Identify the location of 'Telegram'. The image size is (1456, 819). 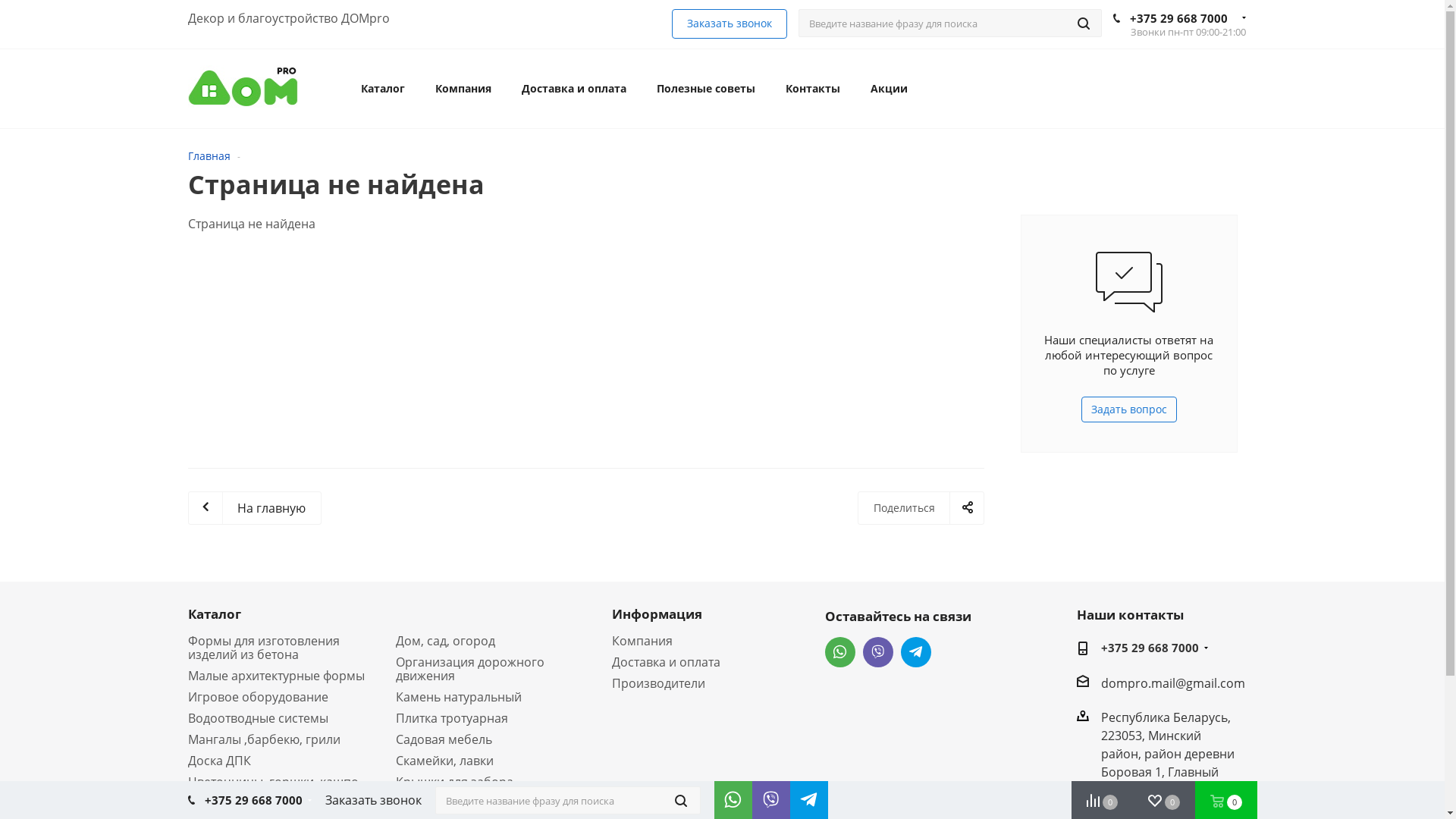
(804, 795).